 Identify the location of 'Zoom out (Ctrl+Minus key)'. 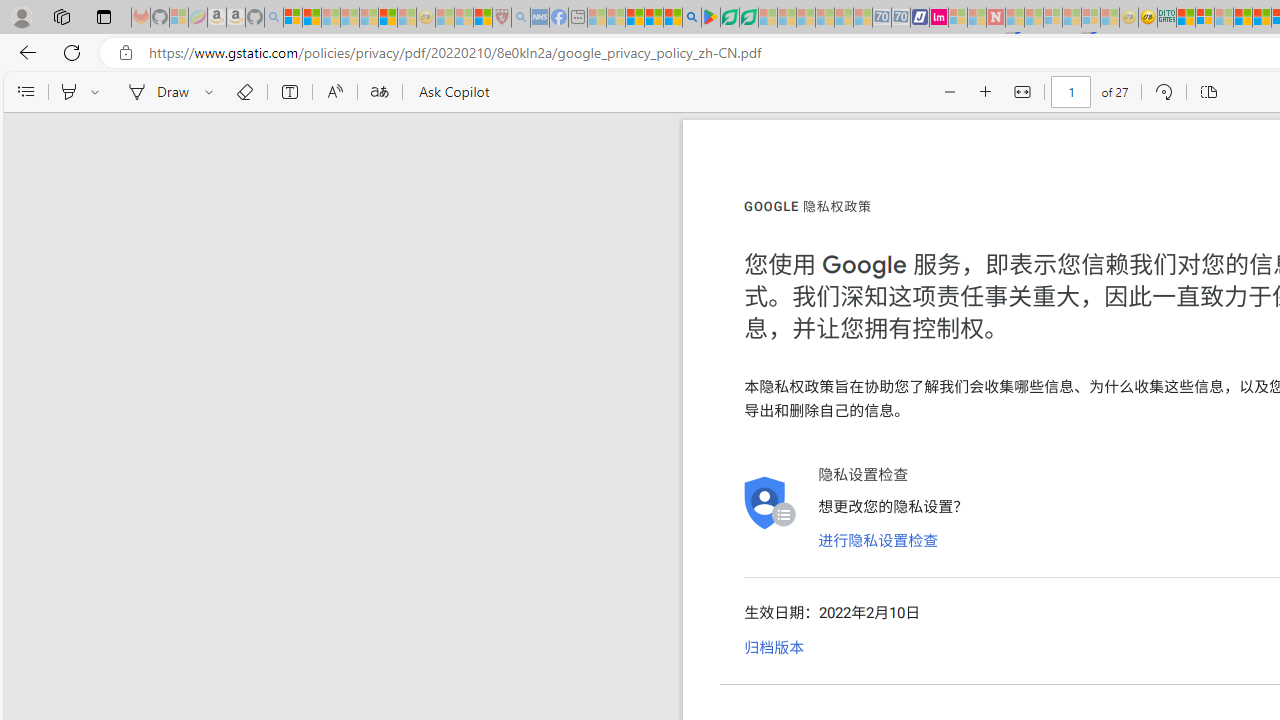
(949, 92).